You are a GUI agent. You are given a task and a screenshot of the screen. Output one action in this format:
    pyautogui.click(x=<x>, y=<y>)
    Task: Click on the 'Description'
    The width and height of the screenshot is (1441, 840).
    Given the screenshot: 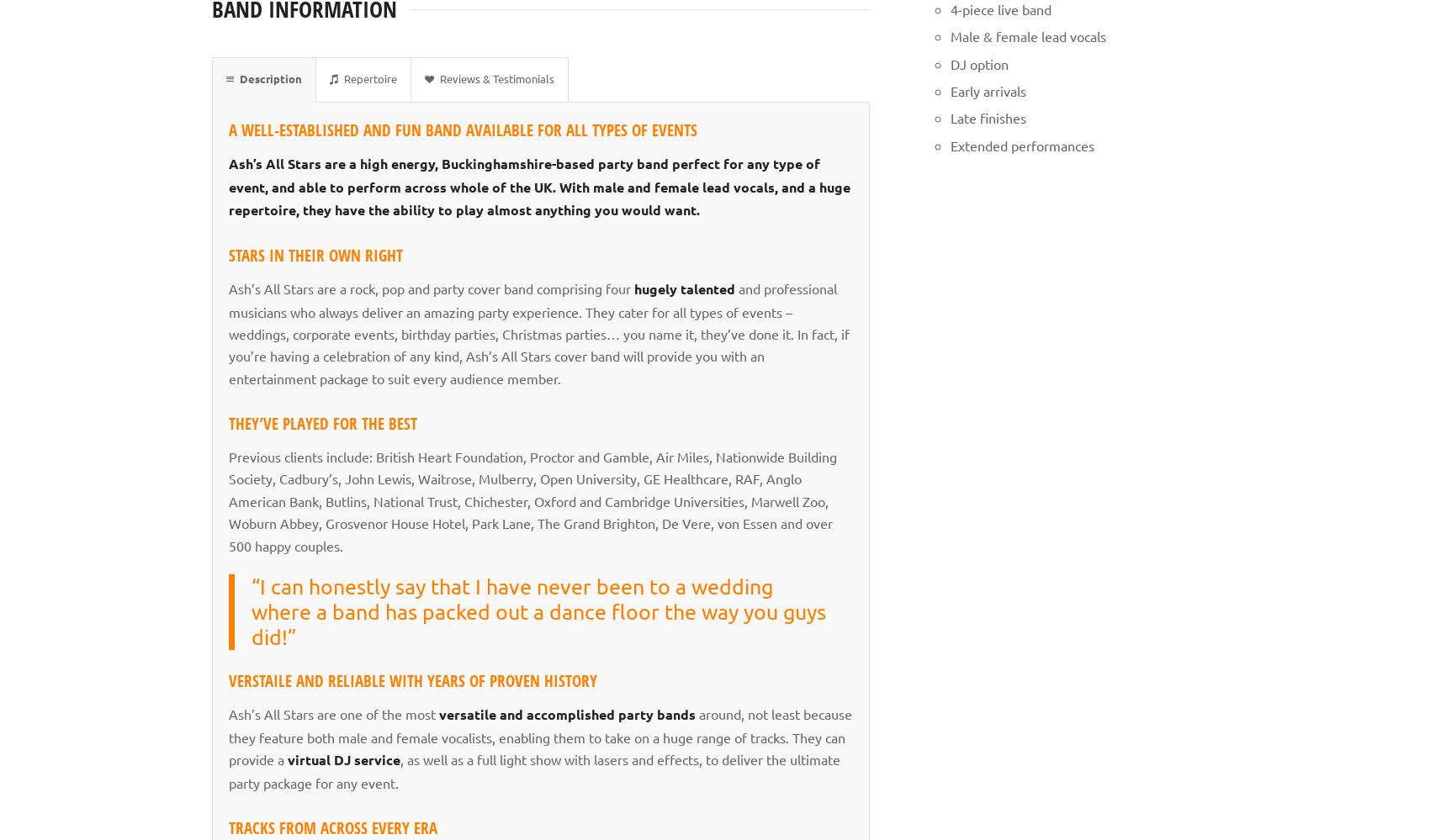 What is the action you would take?
    pyautogui.click(x=239, y=77)
    